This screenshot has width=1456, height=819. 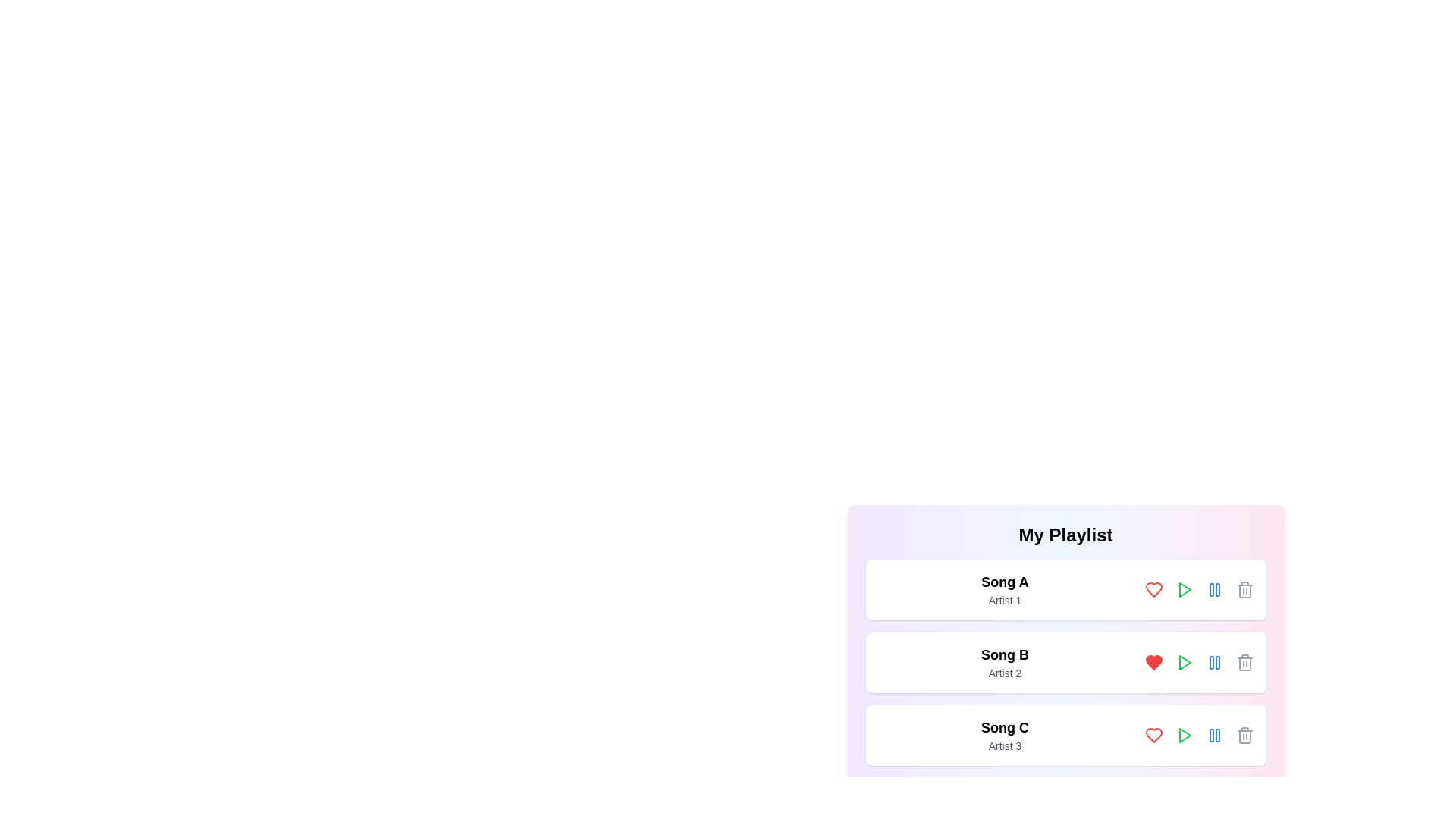 What do you see at coordinates (1244, 589) in the screenshot?
I see `the trash icon to remove the song Song A from the playlist` at bounding box center [1244, 589].